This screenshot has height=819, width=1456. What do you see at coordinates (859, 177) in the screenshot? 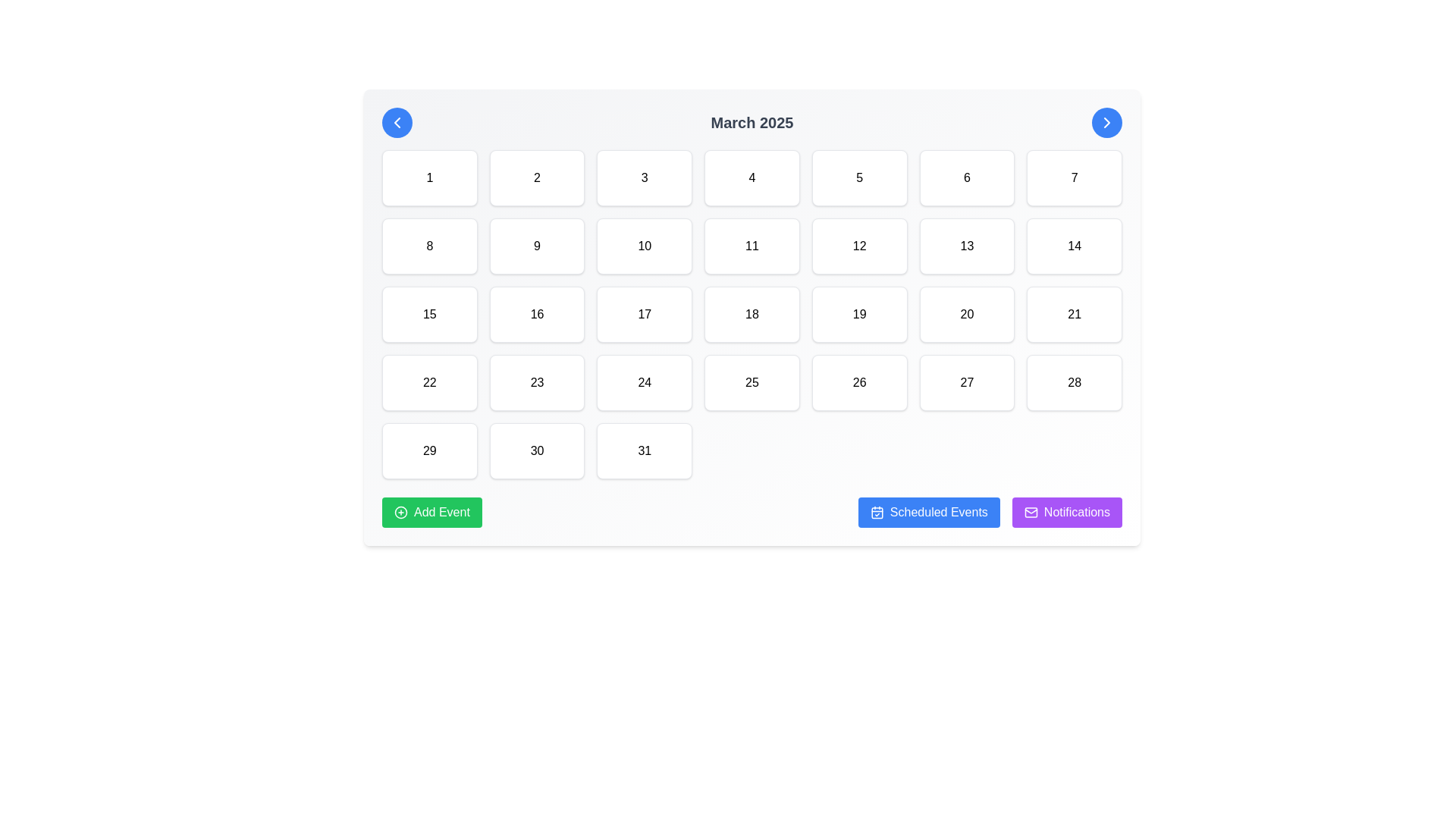
I see `the Date element displaying the number '5' in the calendar grid, located in the top row and fifth column` at bounding box center [859, 177].